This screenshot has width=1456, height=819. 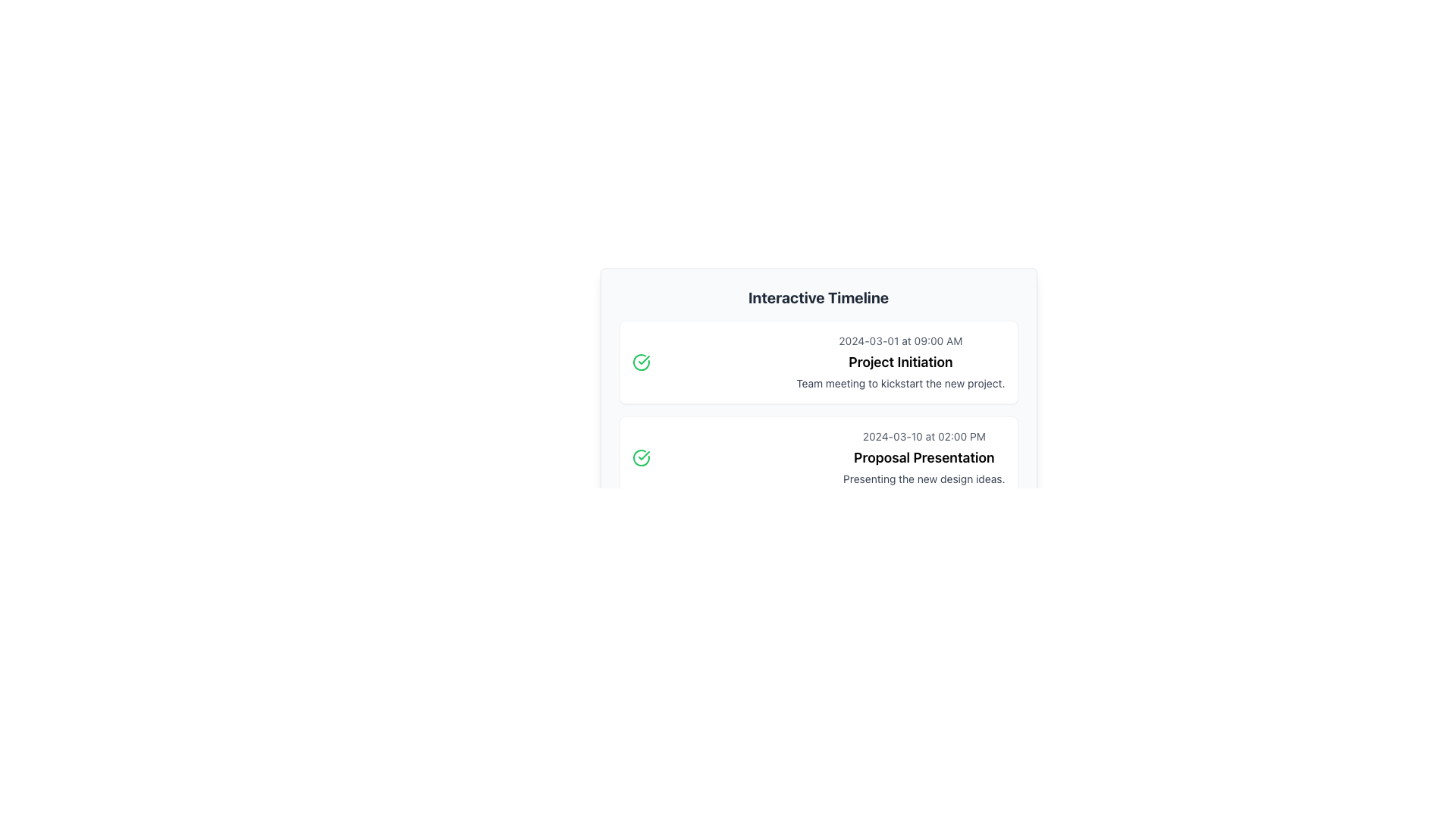 I want to click on text element that displays 'Presenting the new design ideas.' located below the 'Proposal Presentation' section in the timeline interface, so click(x=923, y=479).